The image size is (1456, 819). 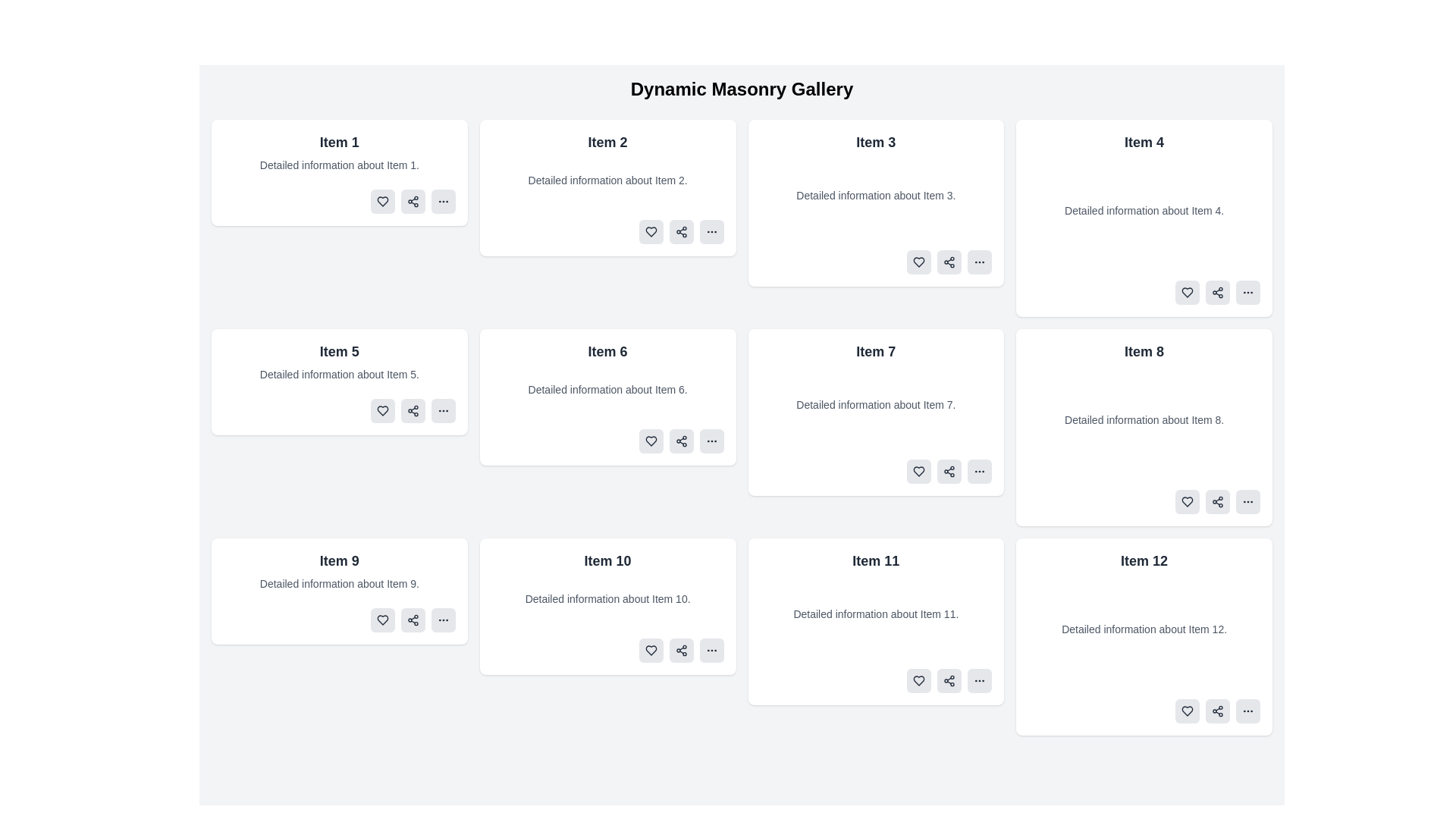 I want to click on the share icon, which is a minimalistic design consisting of three unfilled circles connected by two thin lines, located between the heart icon and the ellipsis menu icon in the footer area of 'Item 12', so click(x=1218, y=711).